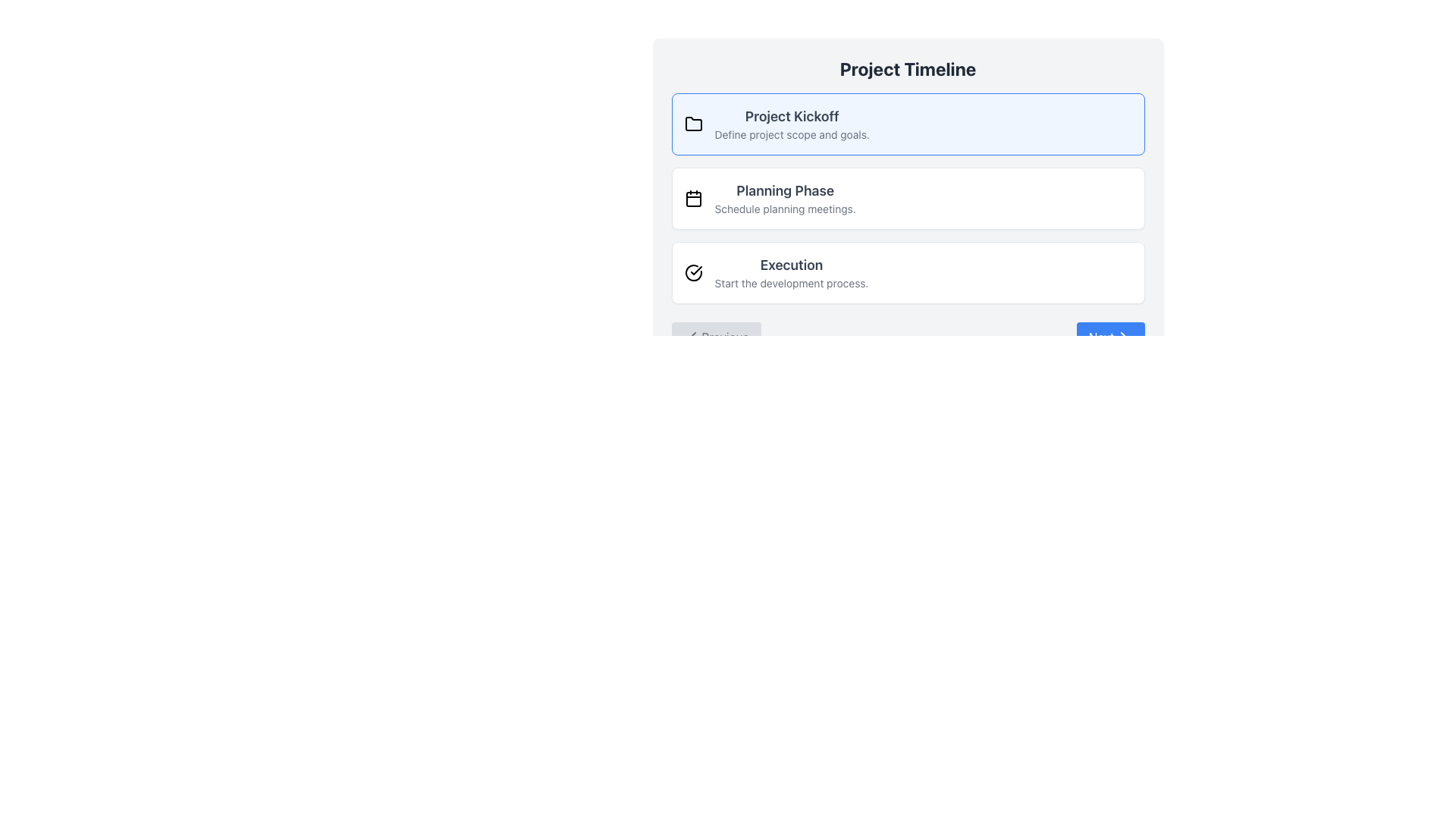 The image size is (1456, 819). What do you see at coordinates (790, 271) in the screenshot?
I see `the static text label displaying the title 'Execution' and subtitle 'Start the development process.' located in the 'Project Timeline' interface` at bounding box center [790, 271].